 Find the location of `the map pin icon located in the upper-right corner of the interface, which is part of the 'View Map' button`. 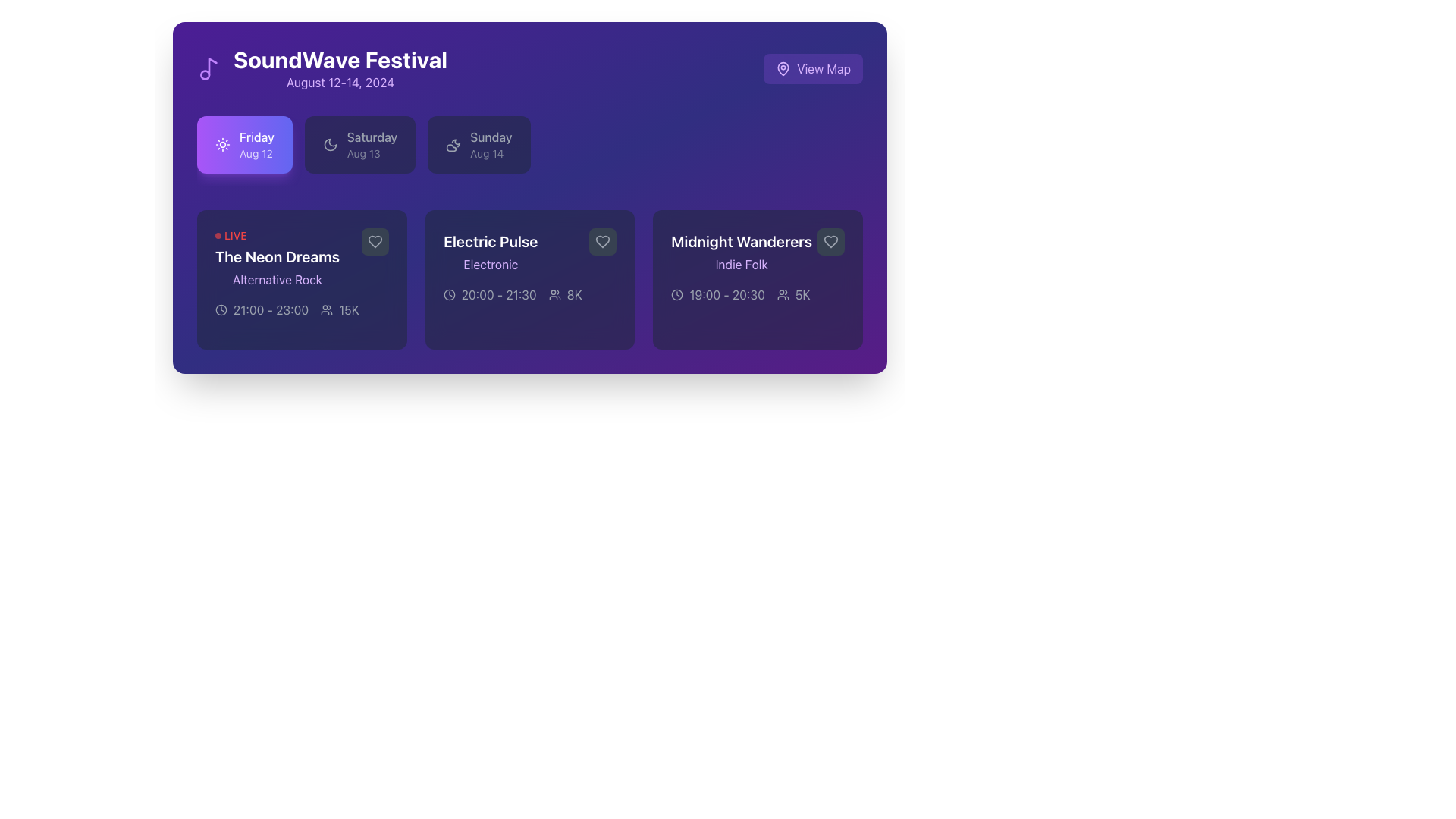

the map pin icon located in the upper-right corner of the interface, which is part of the 'View Map' button is located at coordinates (783, 69).